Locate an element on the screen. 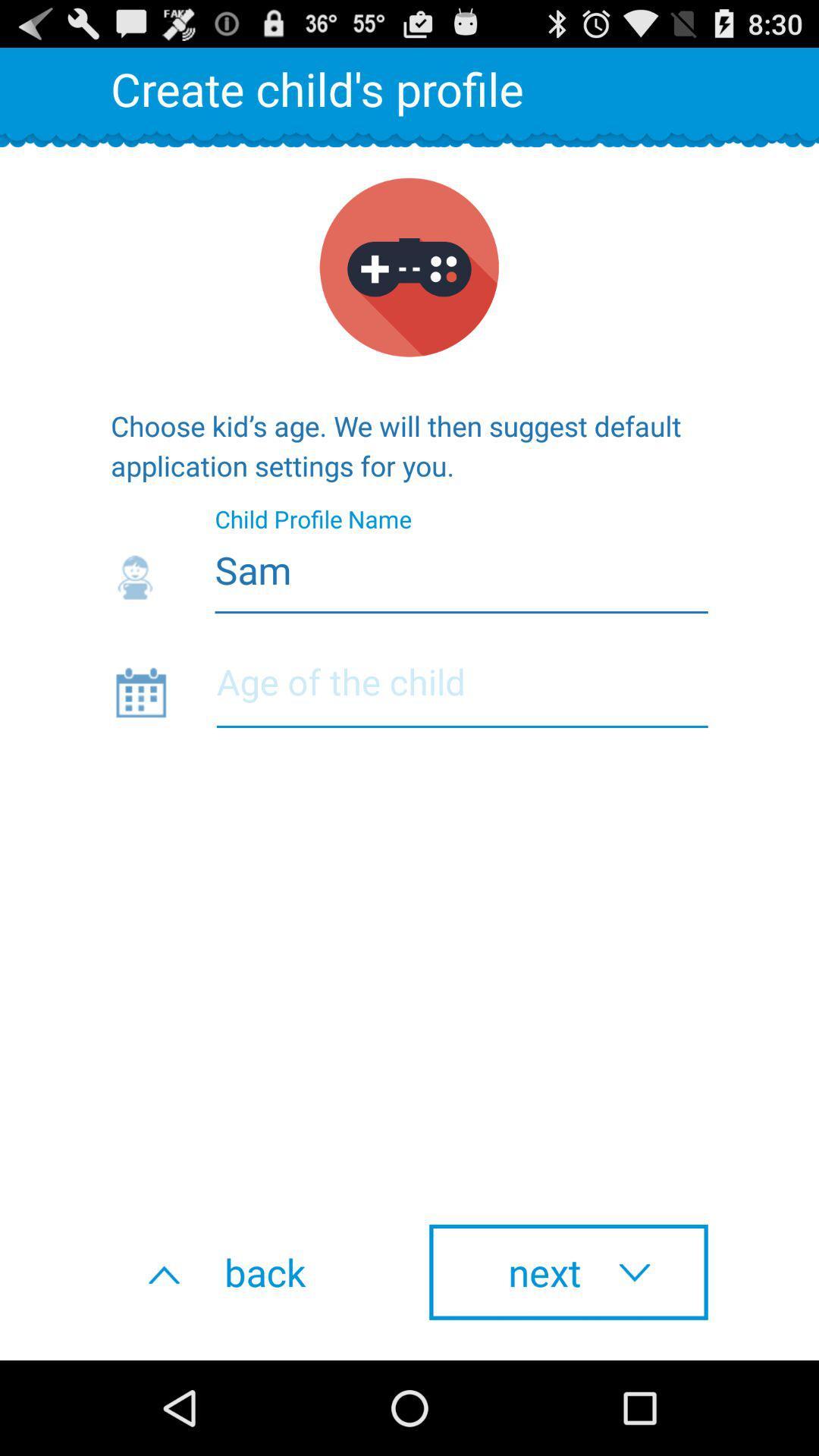 Image resolution: width=819 pixels, height=1456 pixels. the icon at the bottom right corner is located at coordinates (568, 1272).